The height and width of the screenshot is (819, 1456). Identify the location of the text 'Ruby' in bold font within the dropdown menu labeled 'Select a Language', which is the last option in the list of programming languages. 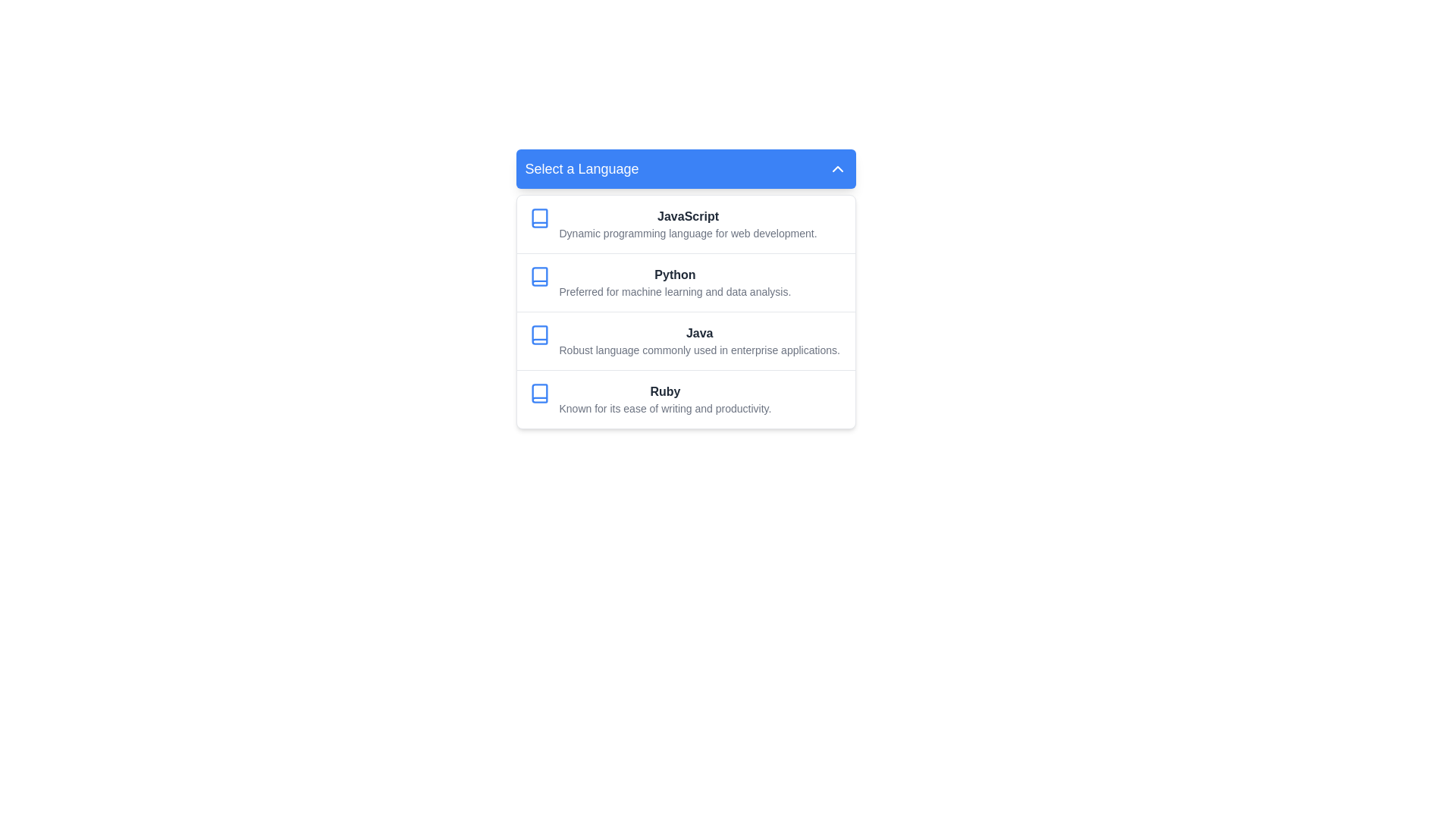
(665, 391).